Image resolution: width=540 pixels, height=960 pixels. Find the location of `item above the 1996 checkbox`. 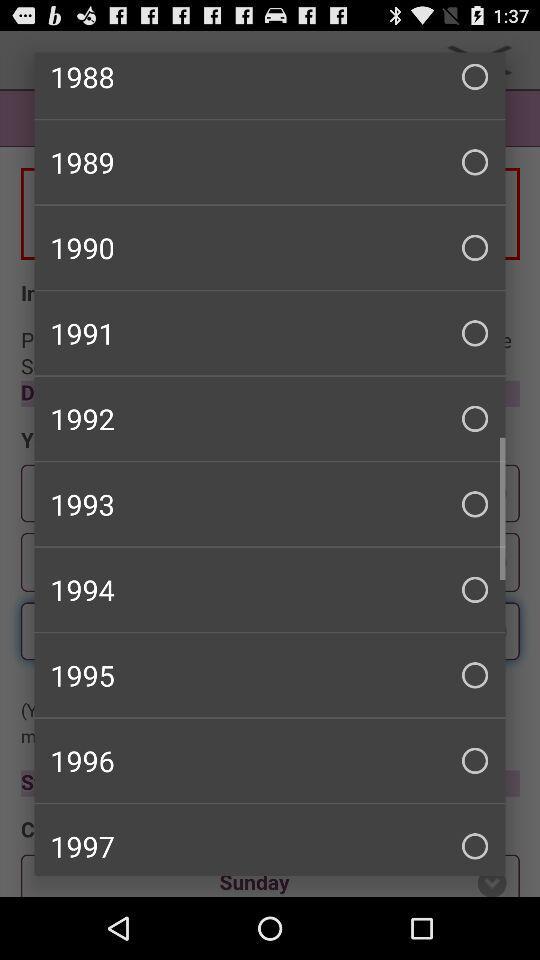

item above the 1996 checkbox is located at coordinates (270, 675).